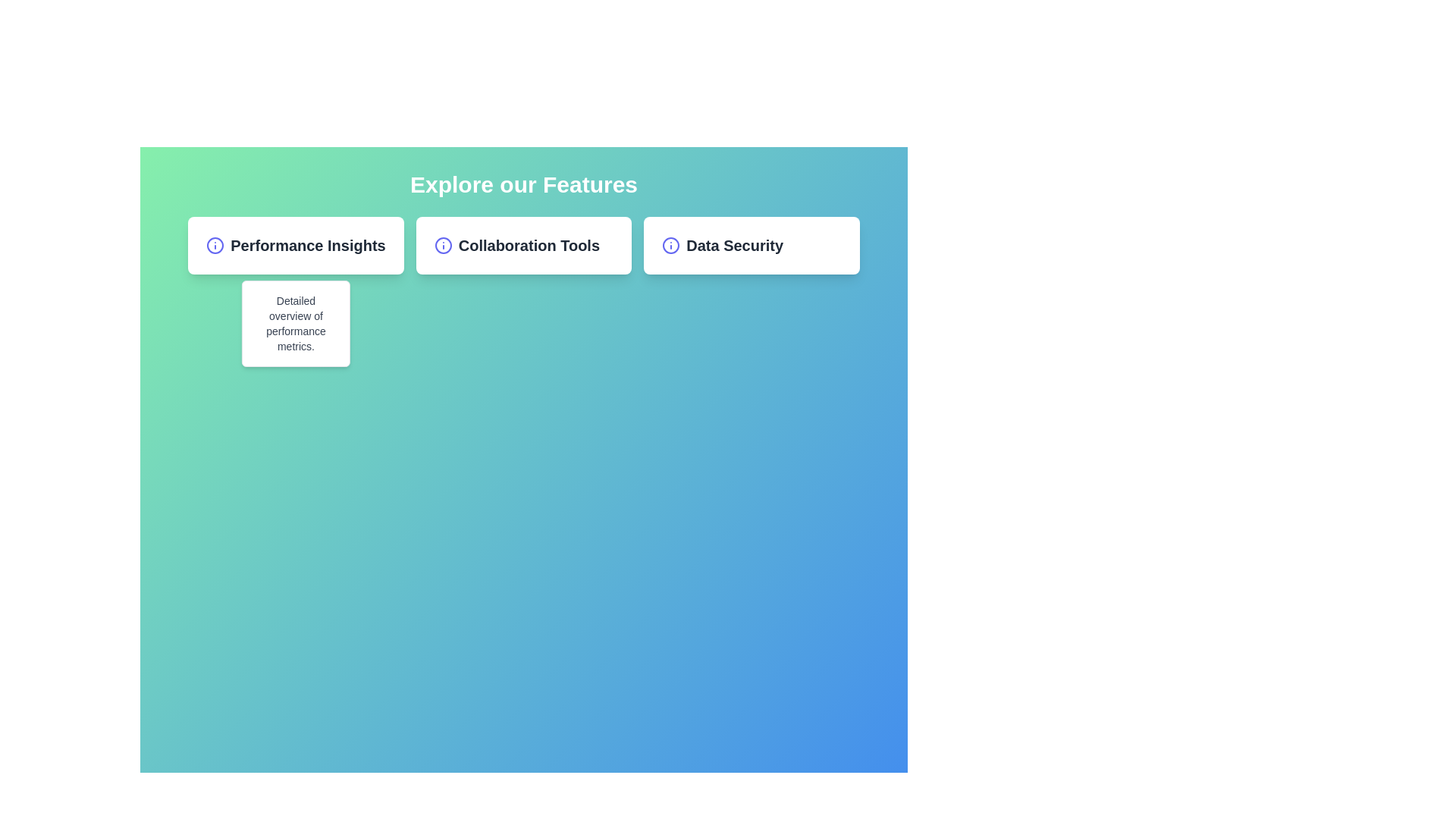  I want to click on the decorative circle component of the 'Data Security' icon, which is located at the far right among three horizontally arranged features below the 'Explore our Features' heading, so click(670, 245).